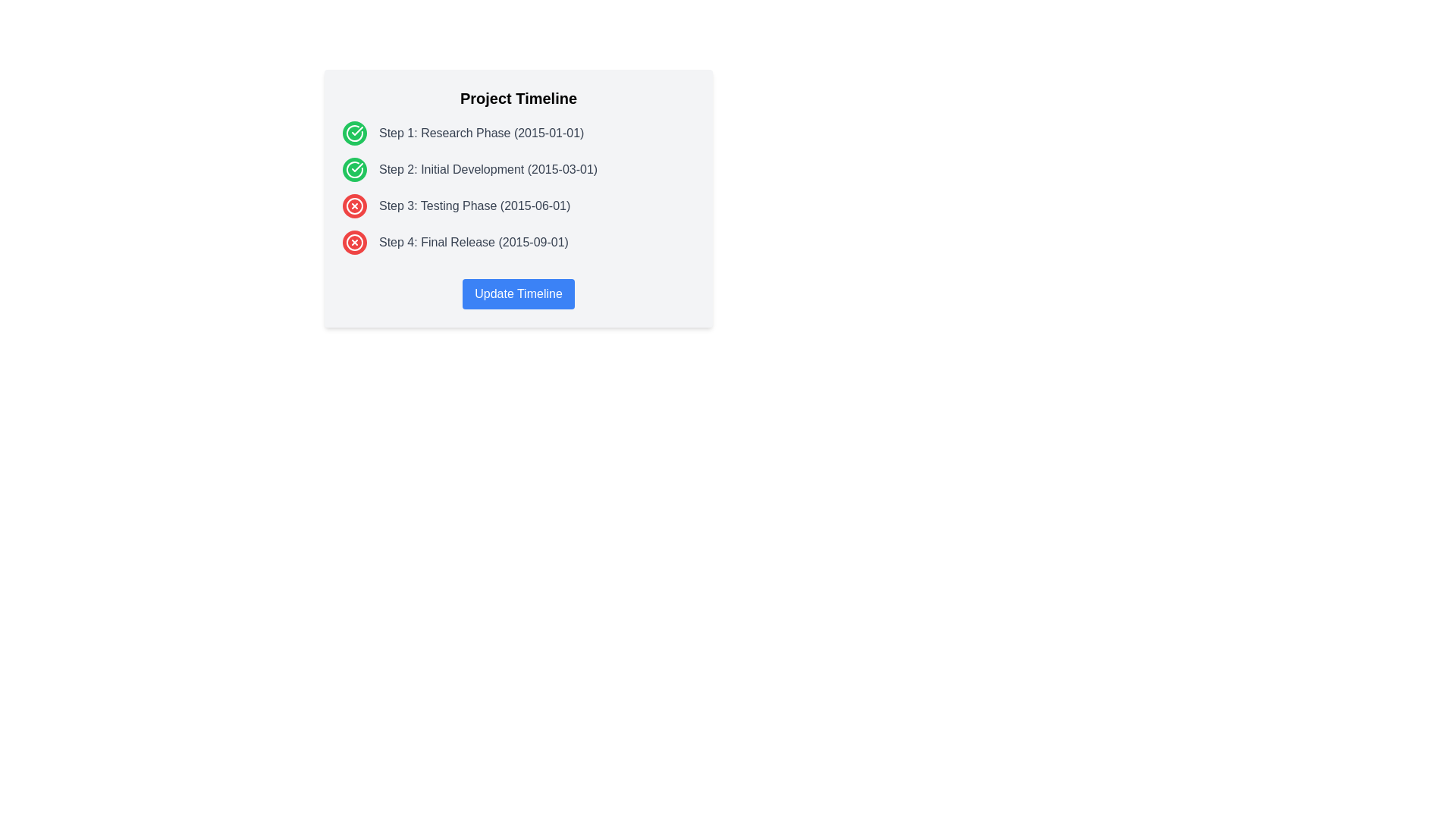 This screenshot has width=1456, height=819. What do you see at coordinates (353, 242) in the screenshot?
I see `the red error icon with an 'X' shape, which is the fourth status icon in the vertical list next to 'Step 4: Final Release (2015-09-01)'` at bounding box center [353, 242].